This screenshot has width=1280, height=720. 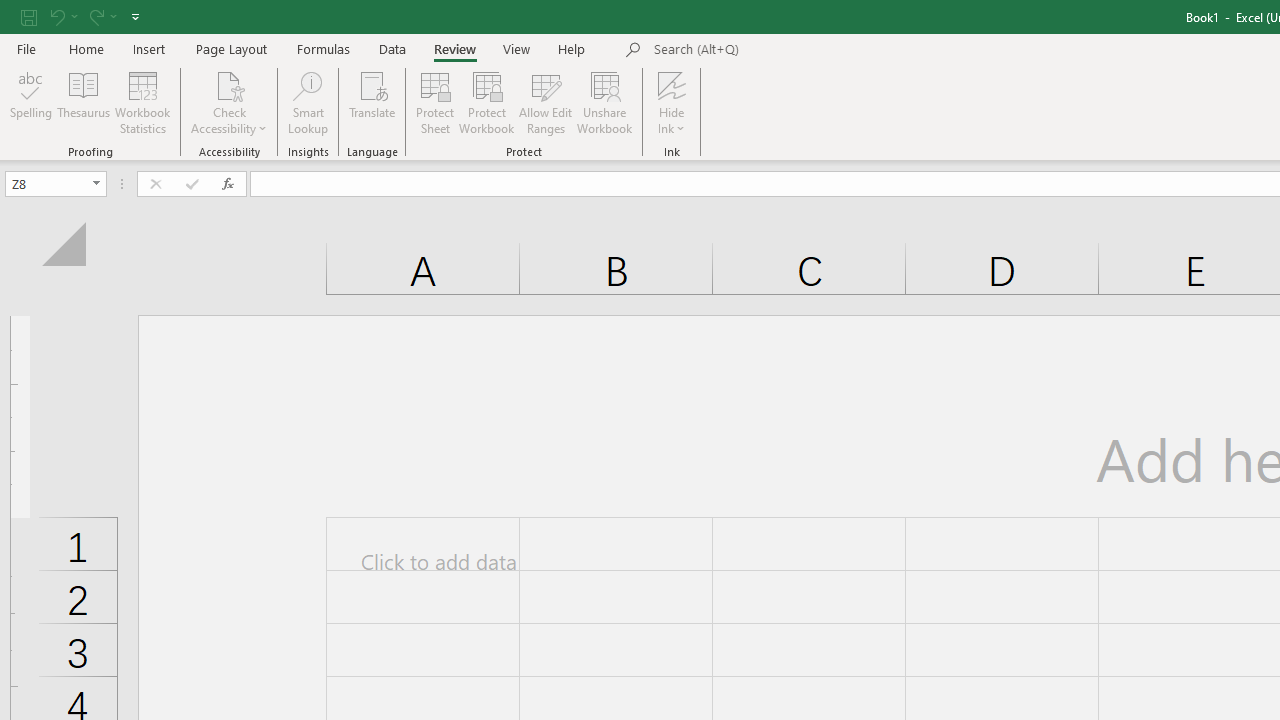 I want to click on 'More Options', so click(x=672, y=121).